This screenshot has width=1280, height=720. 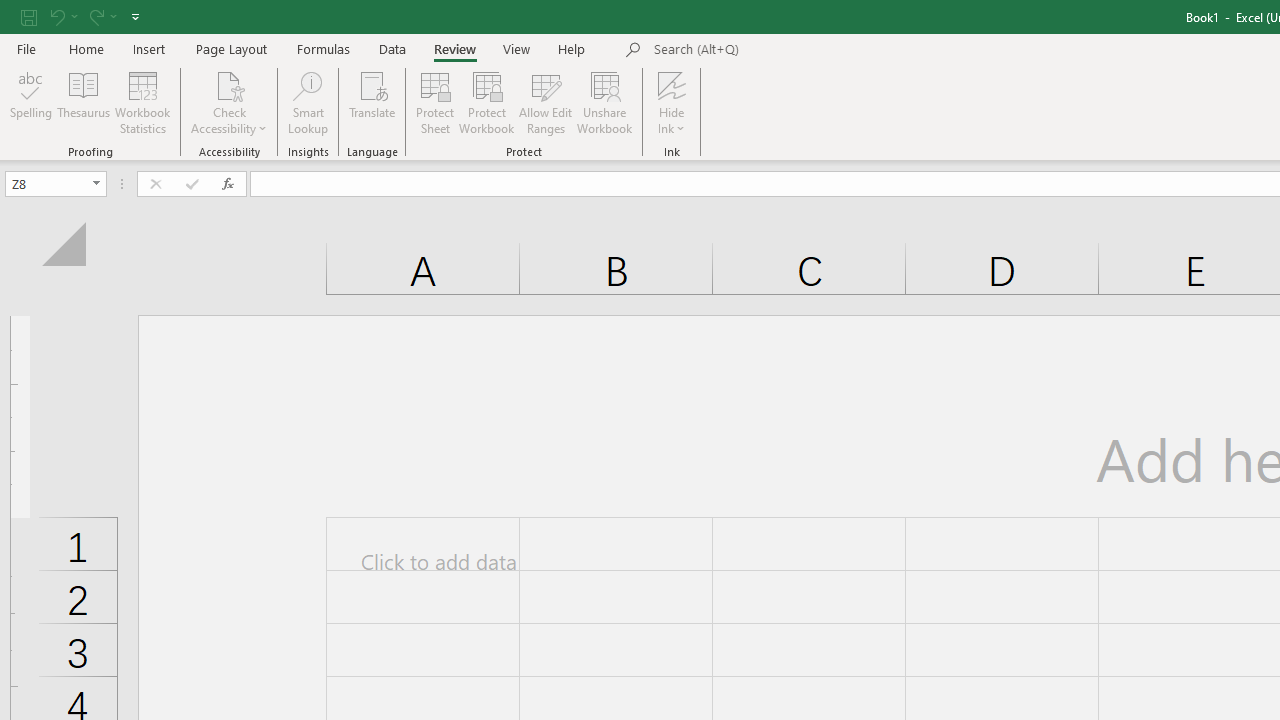 I want to click on 'More Options', so click(x=672, y=121).